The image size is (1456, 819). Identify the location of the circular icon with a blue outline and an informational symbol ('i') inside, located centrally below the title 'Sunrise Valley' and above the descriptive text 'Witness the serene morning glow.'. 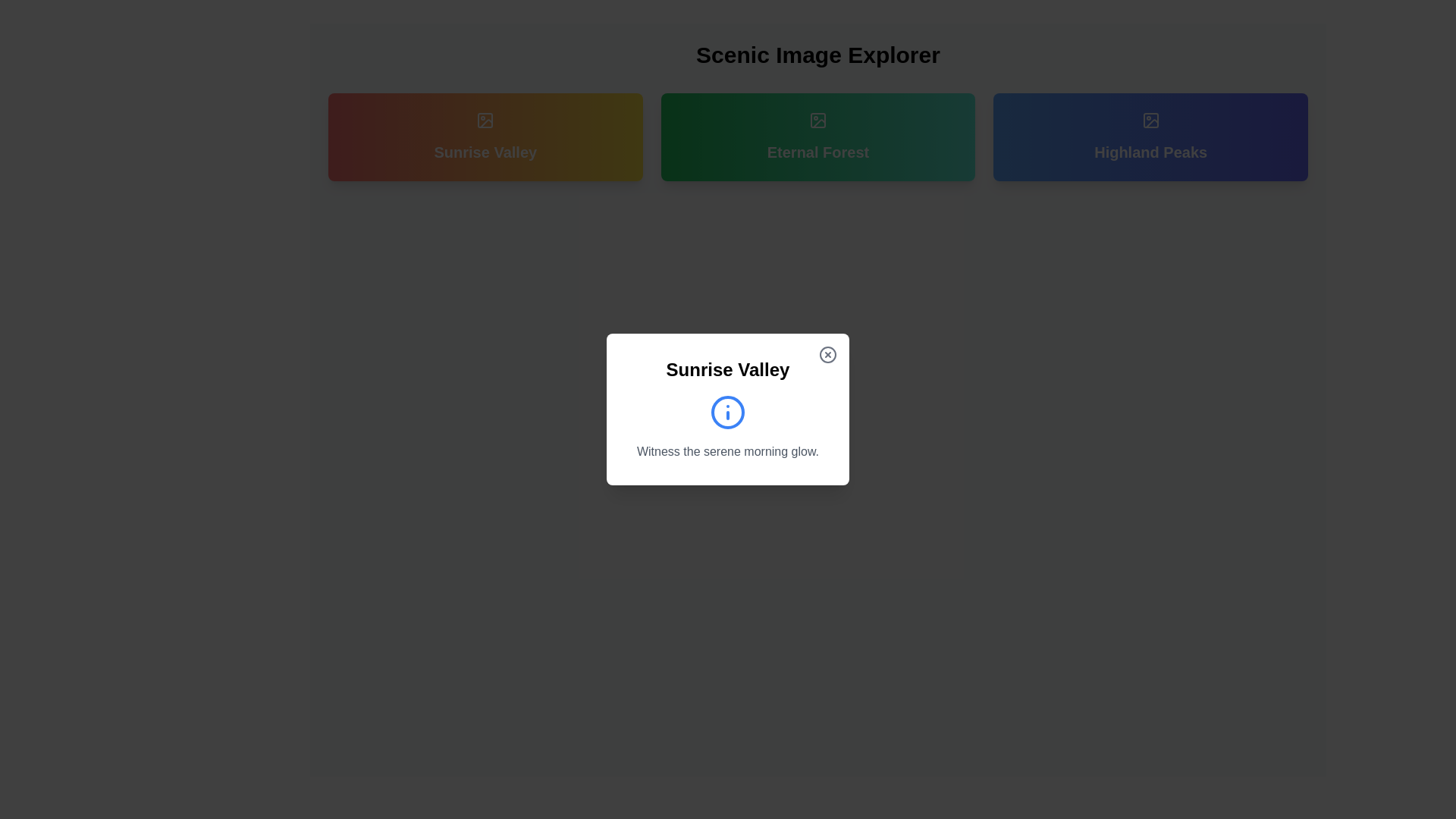
(728, 412).